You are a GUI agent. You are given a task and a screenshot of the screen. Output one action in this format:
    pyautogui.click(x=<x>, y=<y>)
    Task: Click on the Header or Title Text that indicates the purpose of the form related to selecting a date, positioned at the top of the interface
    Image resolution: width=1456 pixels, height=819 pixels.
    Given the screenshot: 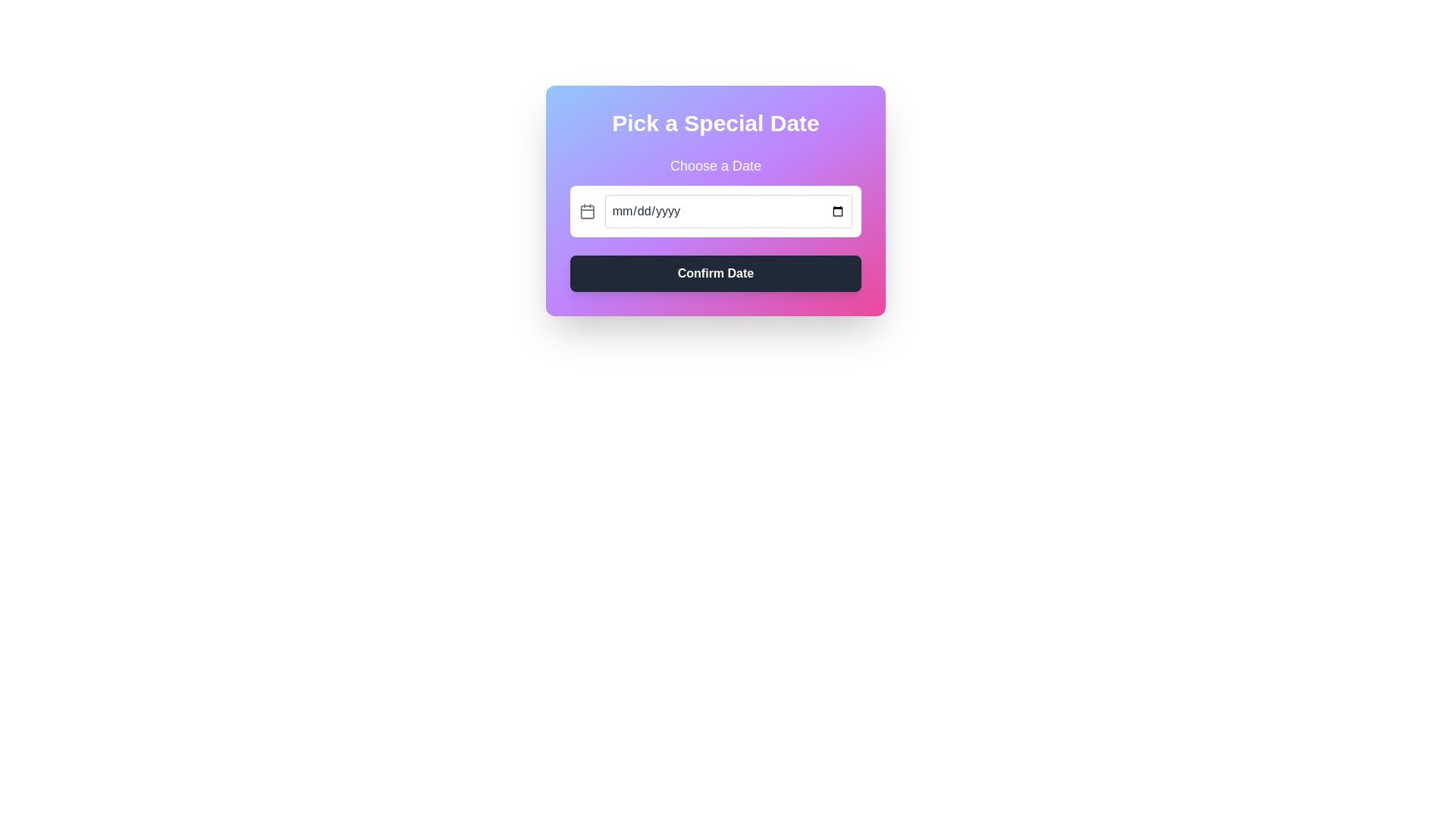 What is the action you would take?
    pyautogui.click(x=715, y=122)
    